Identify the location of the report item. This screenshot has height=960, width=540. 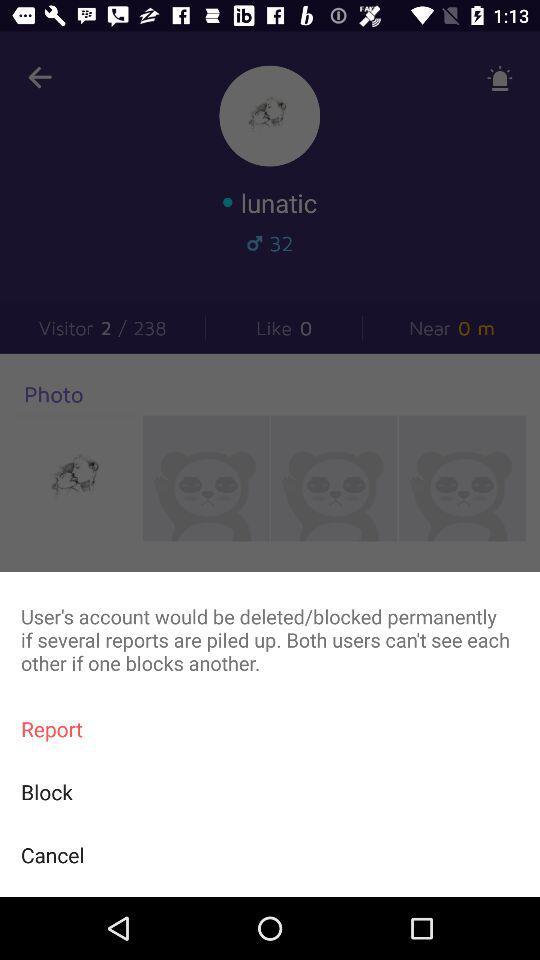
(270, 728).